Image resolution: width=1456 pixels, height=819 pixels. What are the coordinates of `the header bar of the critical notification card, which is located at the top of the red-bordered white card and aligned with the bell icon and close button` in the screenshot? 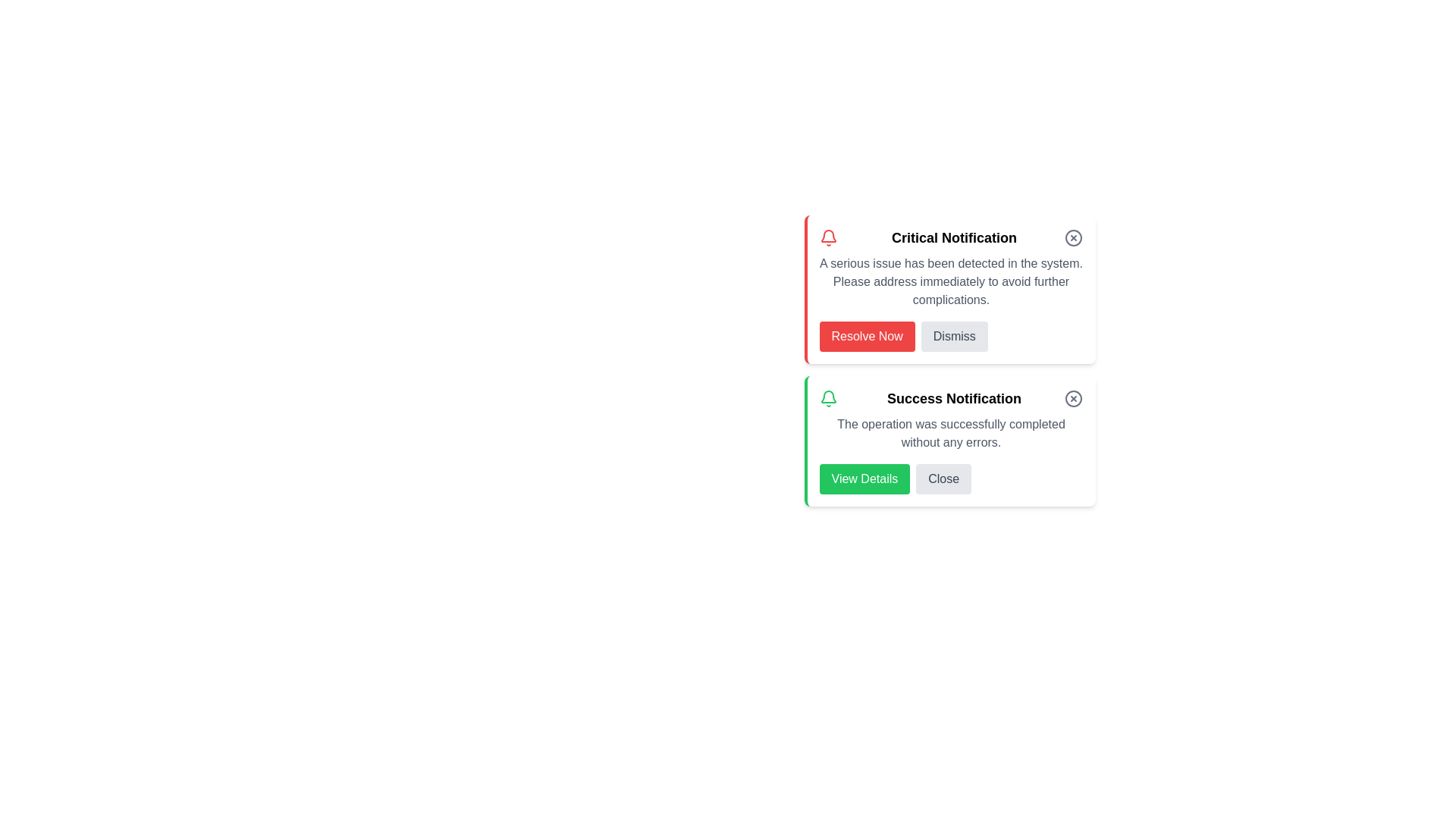 It's located at (950, 237).